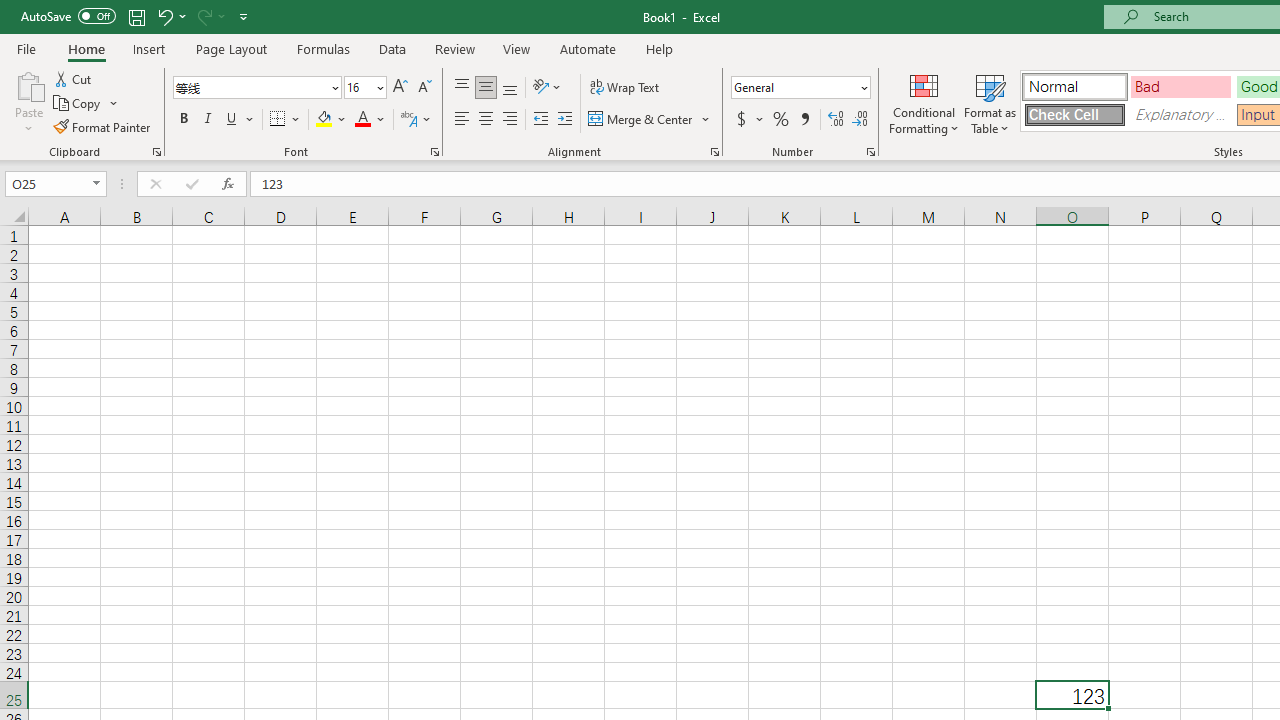 The width and height of the screenshot is (1280, 720). Describe the element at coordinates (624, 86) in the screenshot. I see `'Wrap Text'` at that location.